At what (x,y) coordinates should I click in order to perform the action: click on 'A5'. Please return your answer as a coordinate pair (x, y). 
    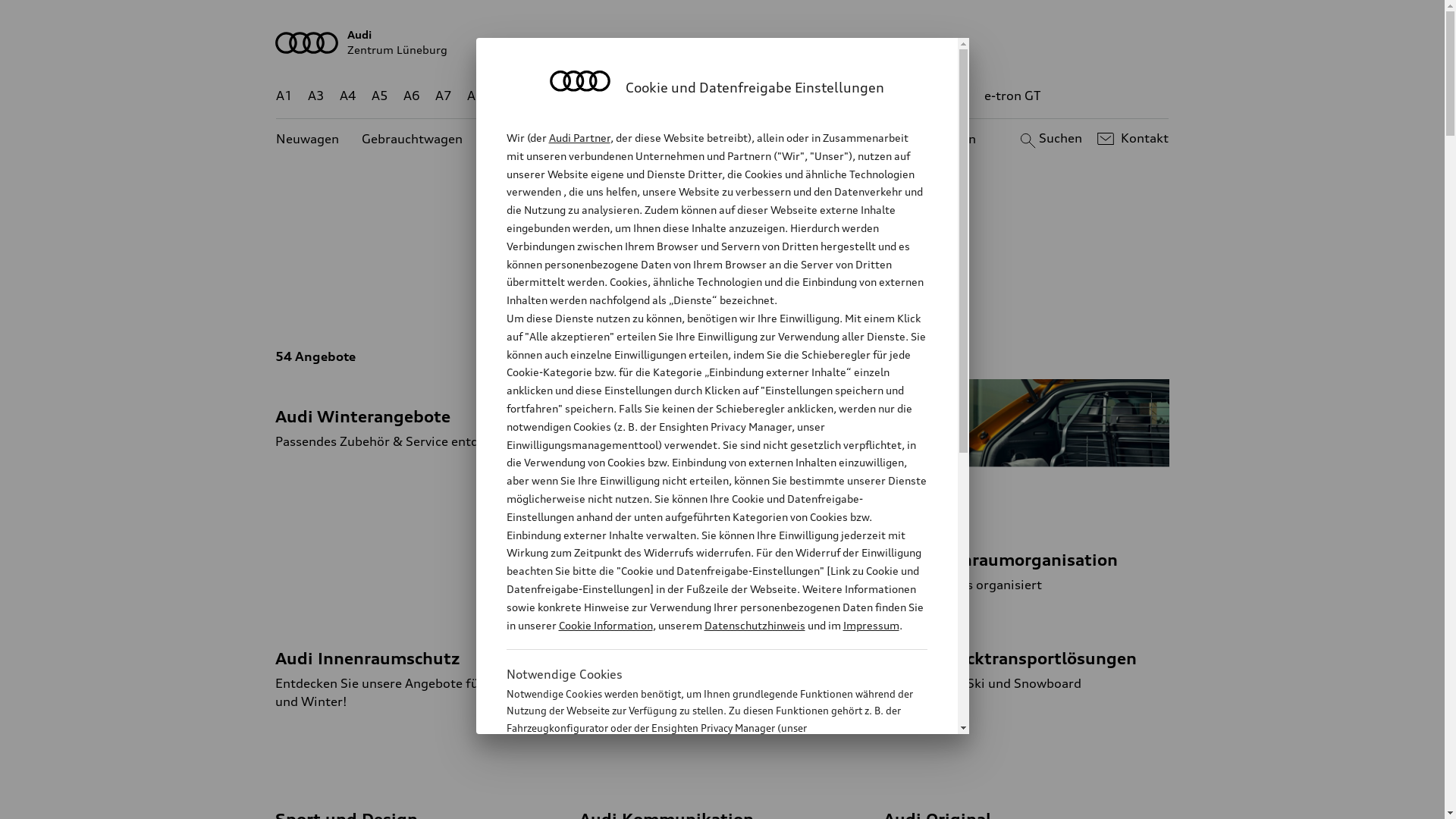
    Looking at the image, I should click on (371, 96).